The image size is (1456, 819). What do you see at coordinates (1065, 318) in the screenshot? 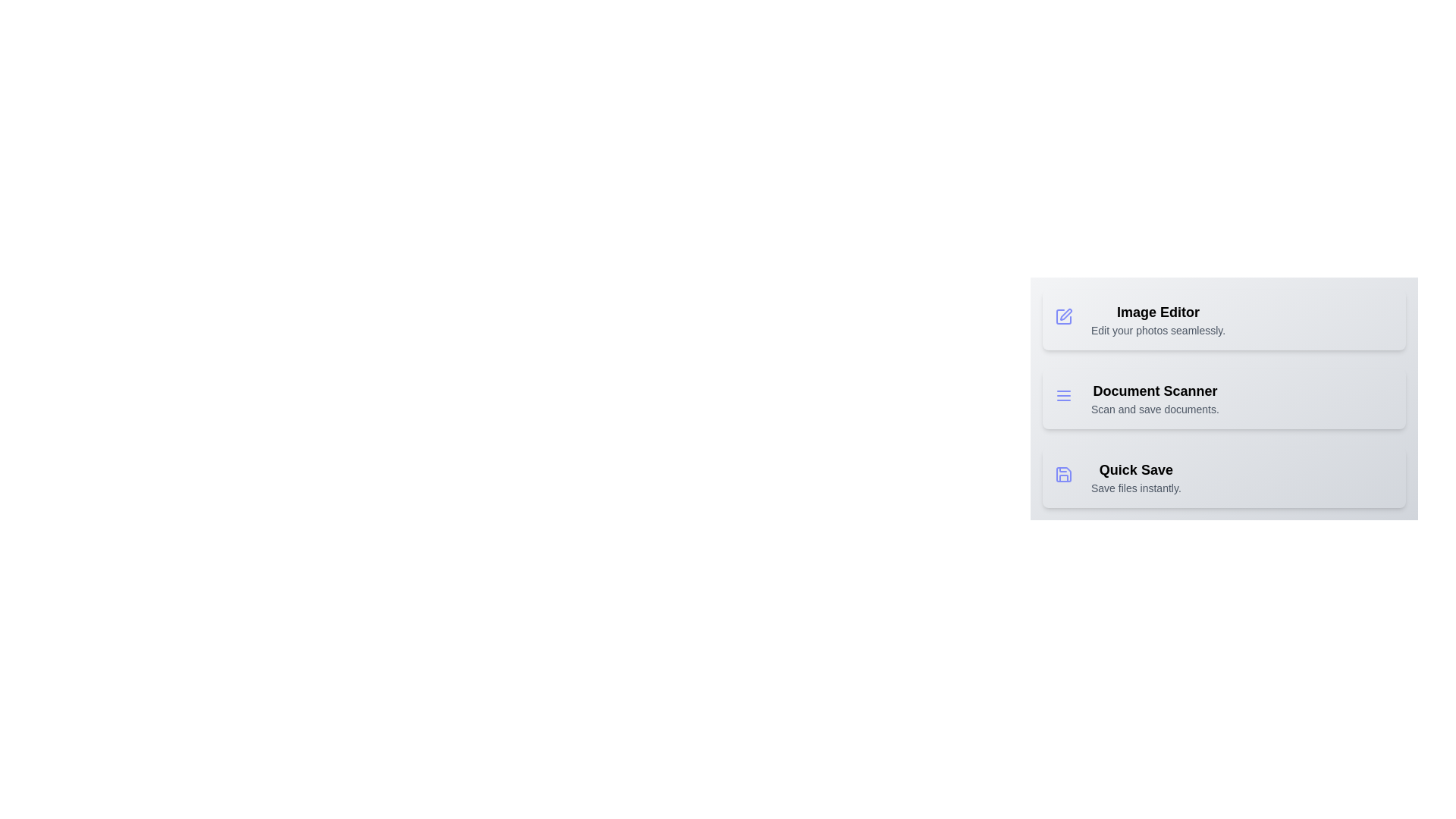
I see `the icon of the item Image Editor to examine it` at bounding box center [1065, 318].